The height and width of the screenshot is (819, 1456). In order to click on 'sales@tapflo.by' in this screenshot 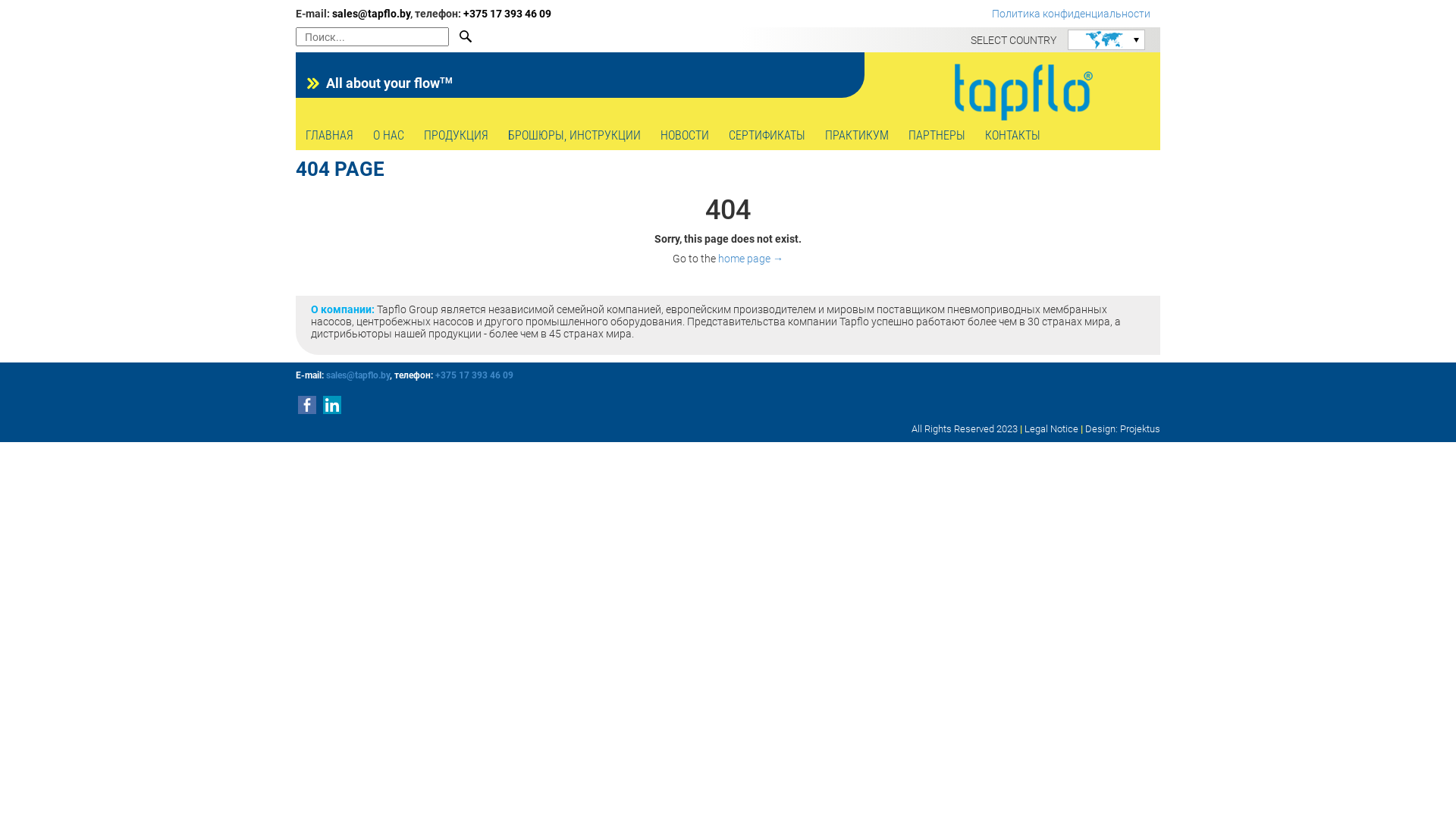, I will do `click(371, 14)`.